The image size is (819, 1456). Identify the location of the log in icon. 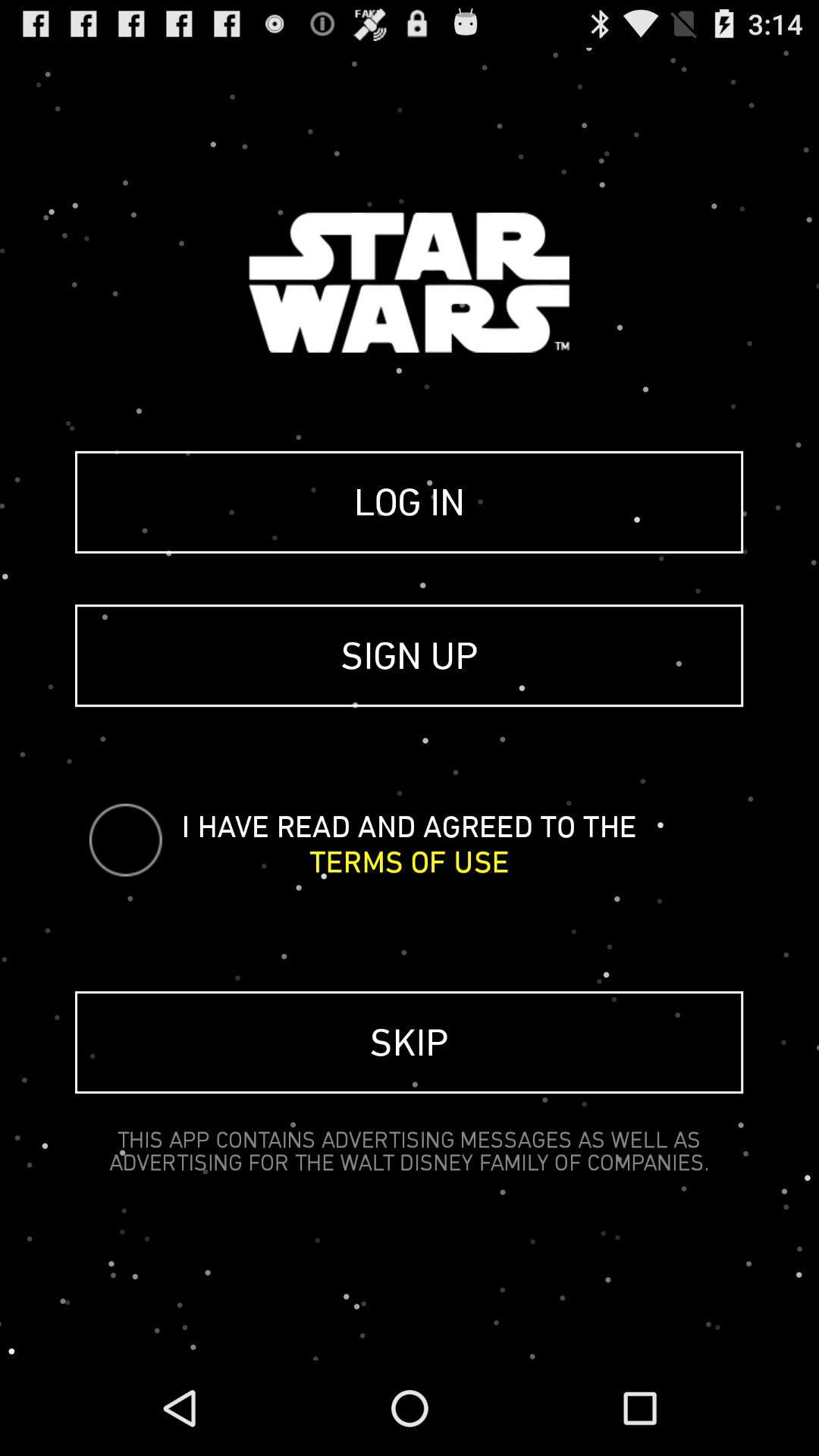
(408, 502).